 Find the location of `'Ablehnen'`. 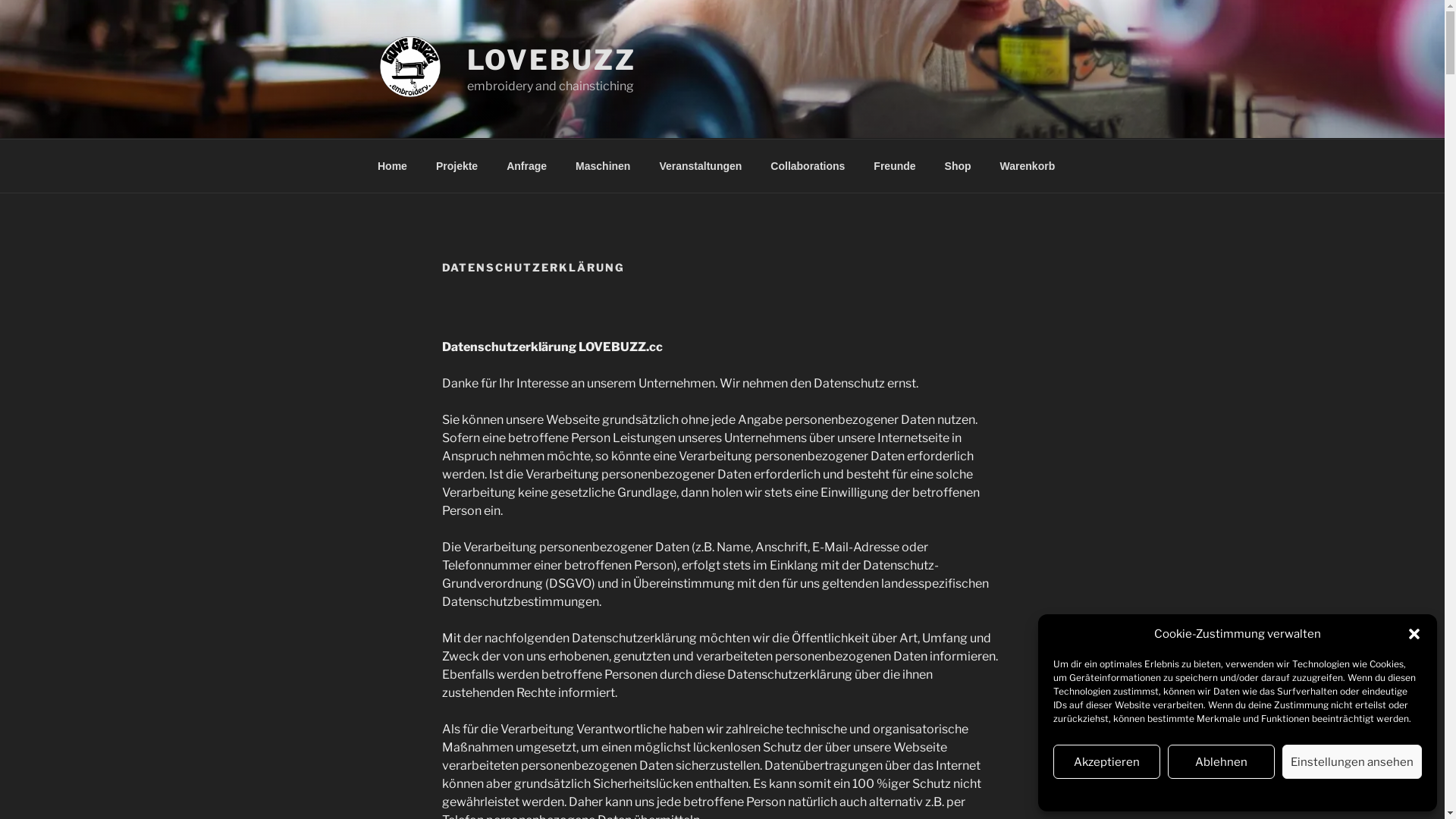

'Ablehnen' is located at coordinates (1221, 761).